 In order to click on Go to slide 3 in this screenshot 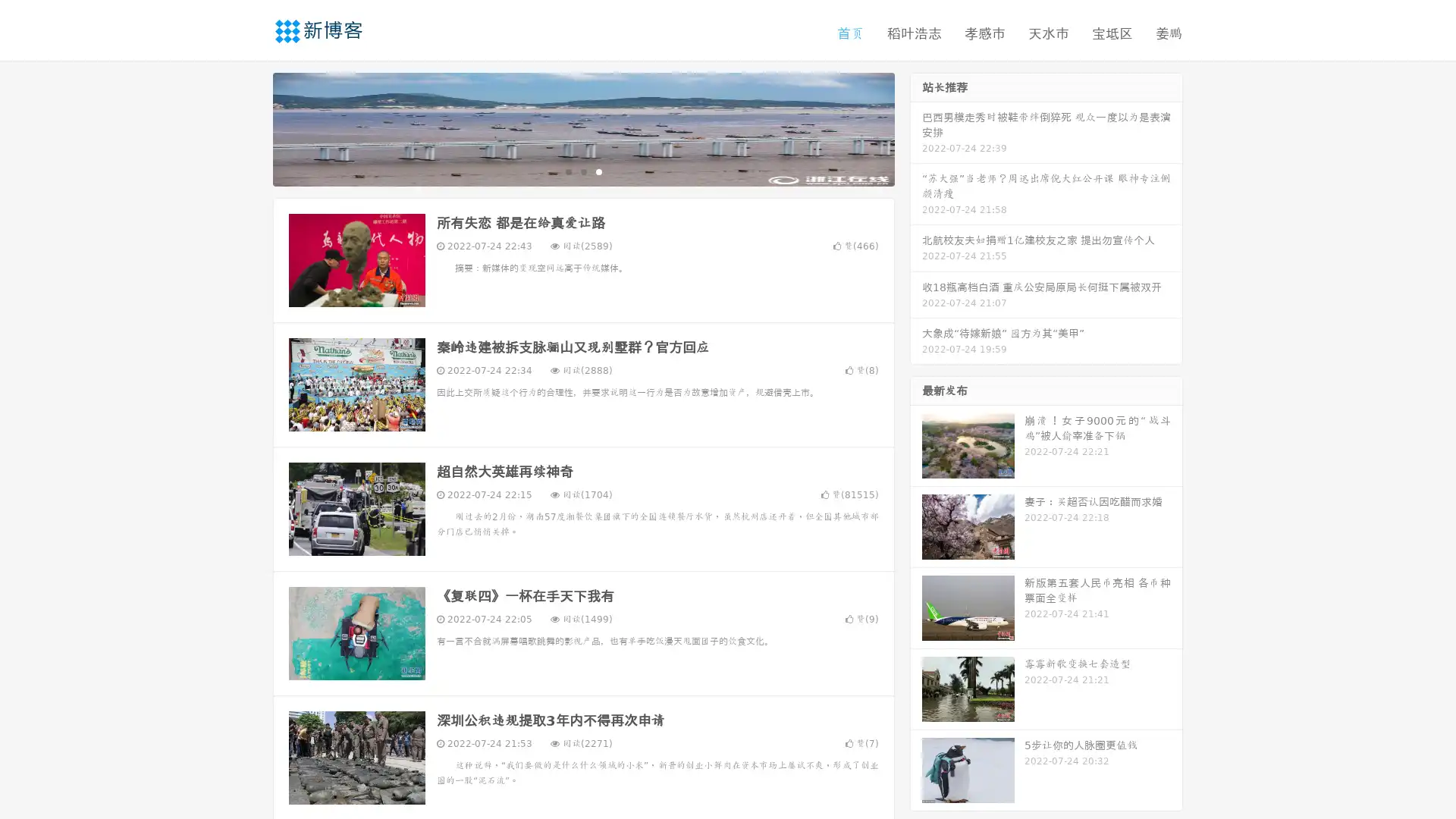, I will do `click(598, 171)`.